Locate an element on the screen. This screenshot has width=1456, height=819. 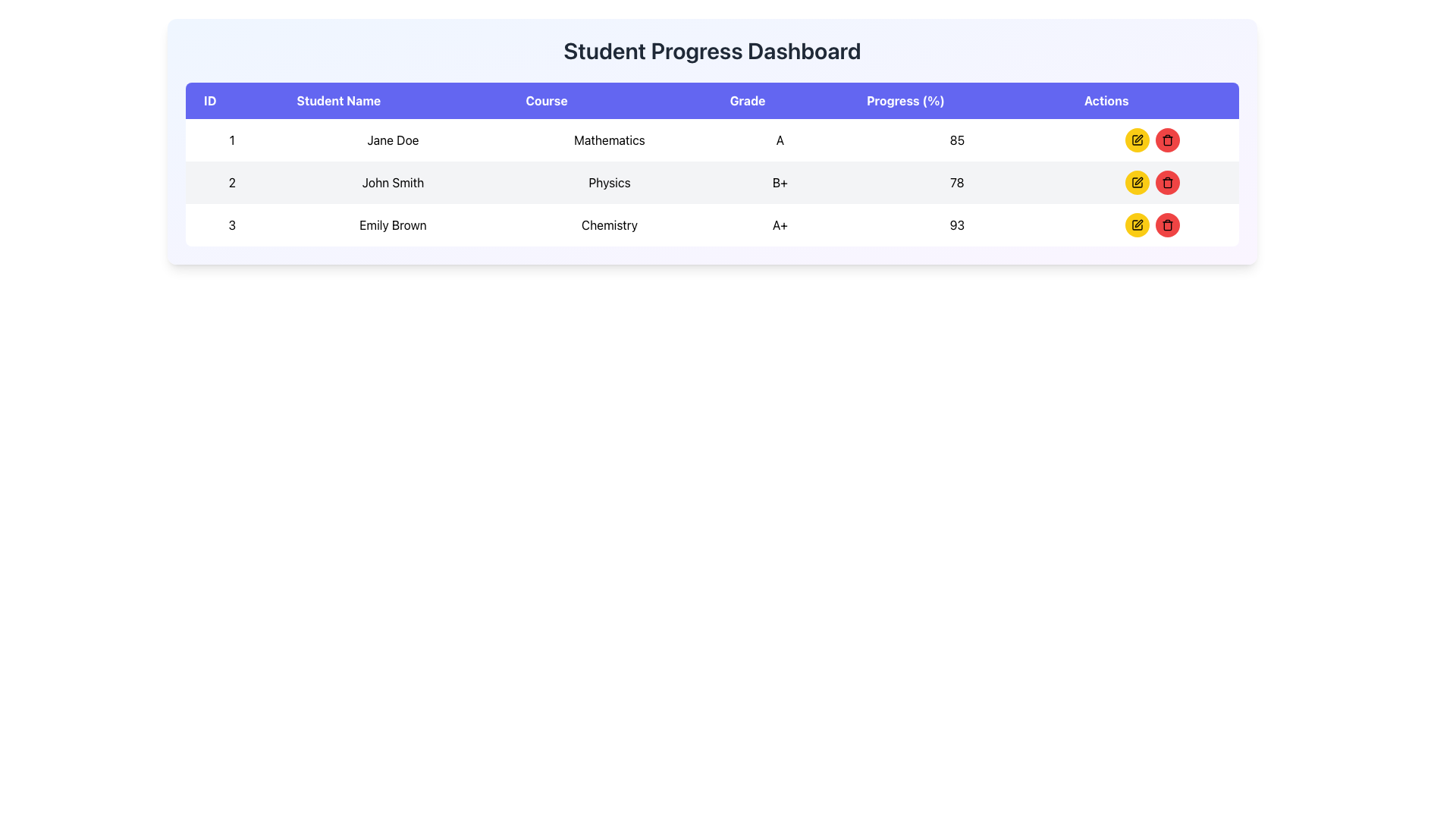
the circular delete button in the 'Actions' column of the first row of the table is located at coordinates (1166, 140).